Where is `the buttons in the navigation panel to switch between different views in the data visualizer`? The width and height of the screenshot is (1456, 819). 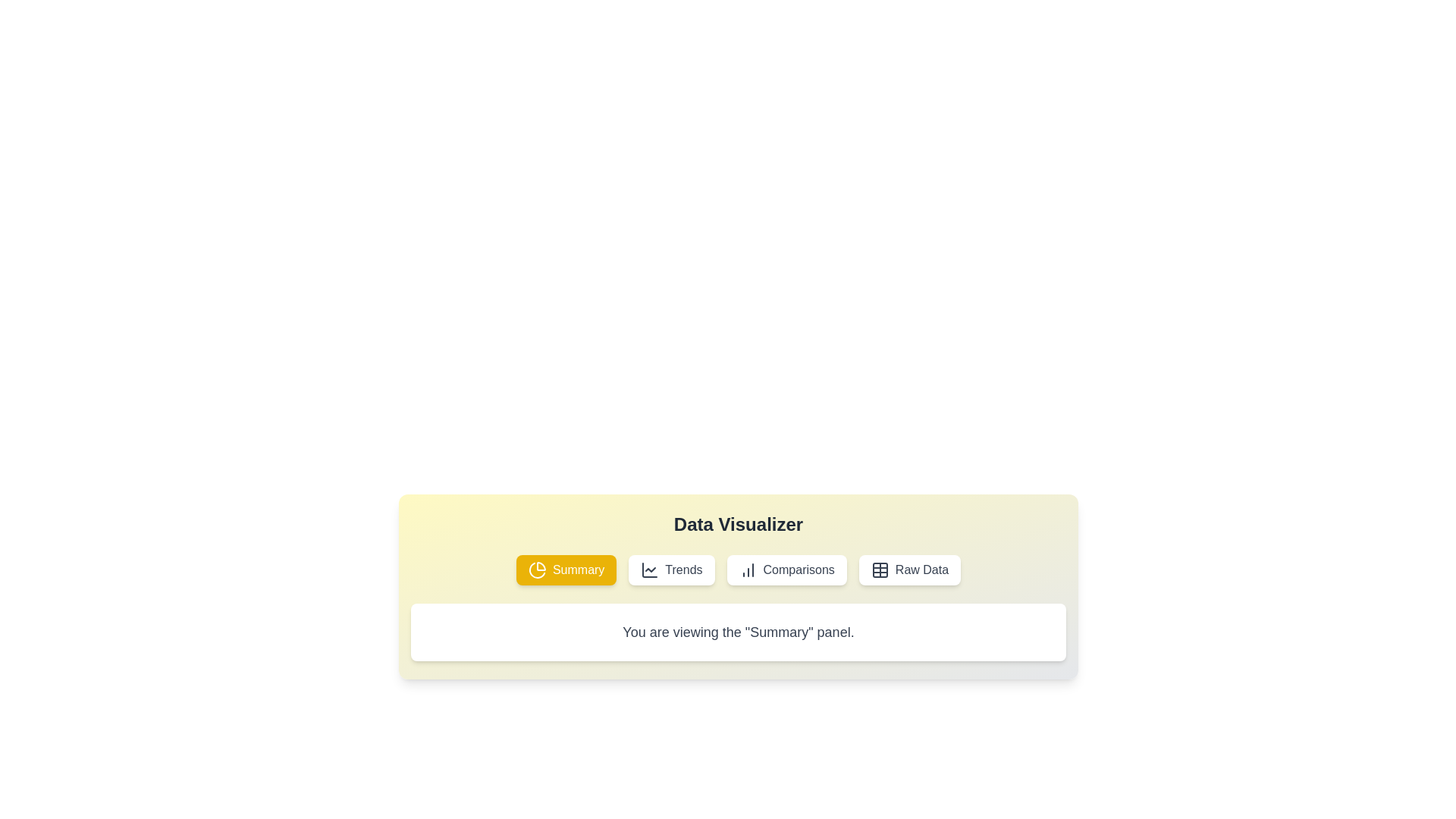
the buttons in the navigation panel to switch between different views in the data visualizer is located at coordinates (739, 586).